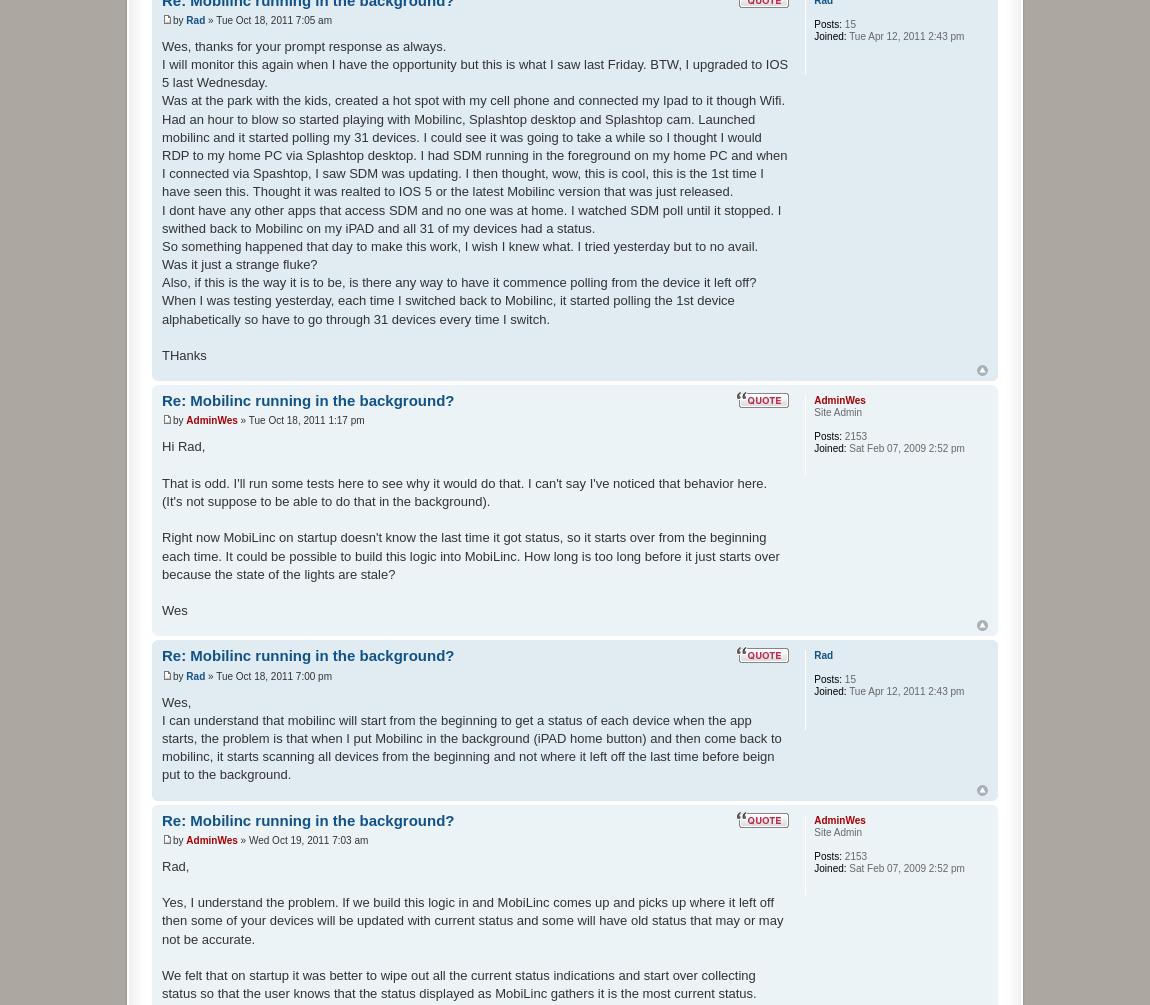 The height and width of the screenshot is (1005, 1150). I want to click on '» Wed Oct 19, 2011 7:03 am', so click(302, 838).